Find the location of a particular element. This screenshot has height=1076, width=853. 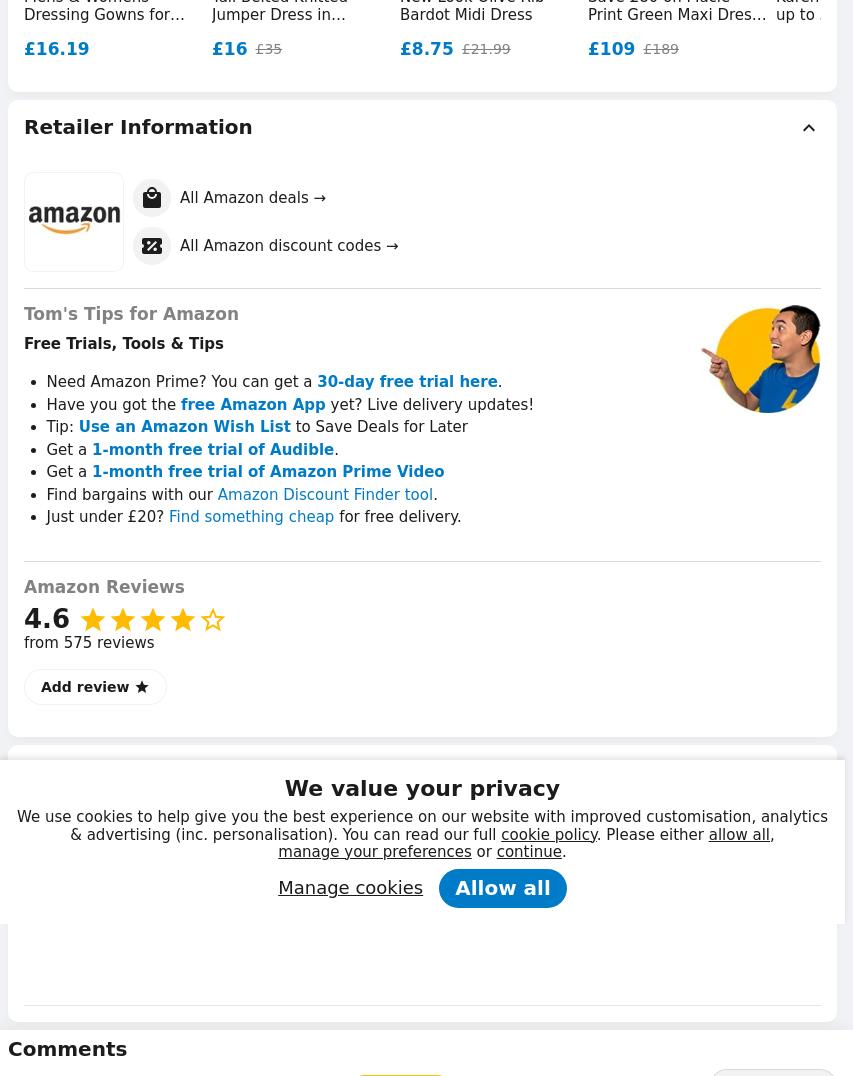

'£35' is located at coordinates (267, 48).